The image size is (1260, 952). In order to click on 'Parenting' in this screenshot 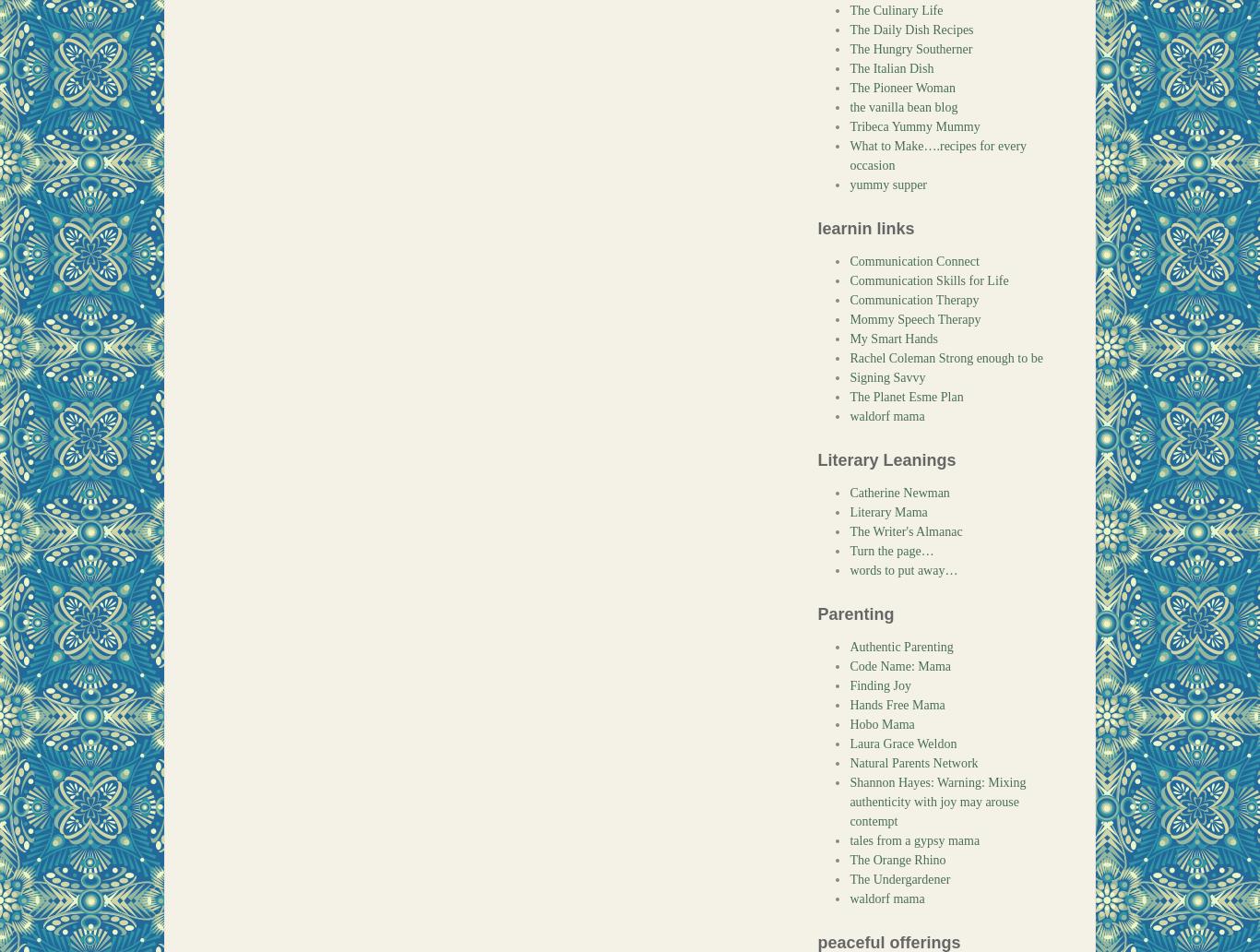, I will do `click(855, 613)`.